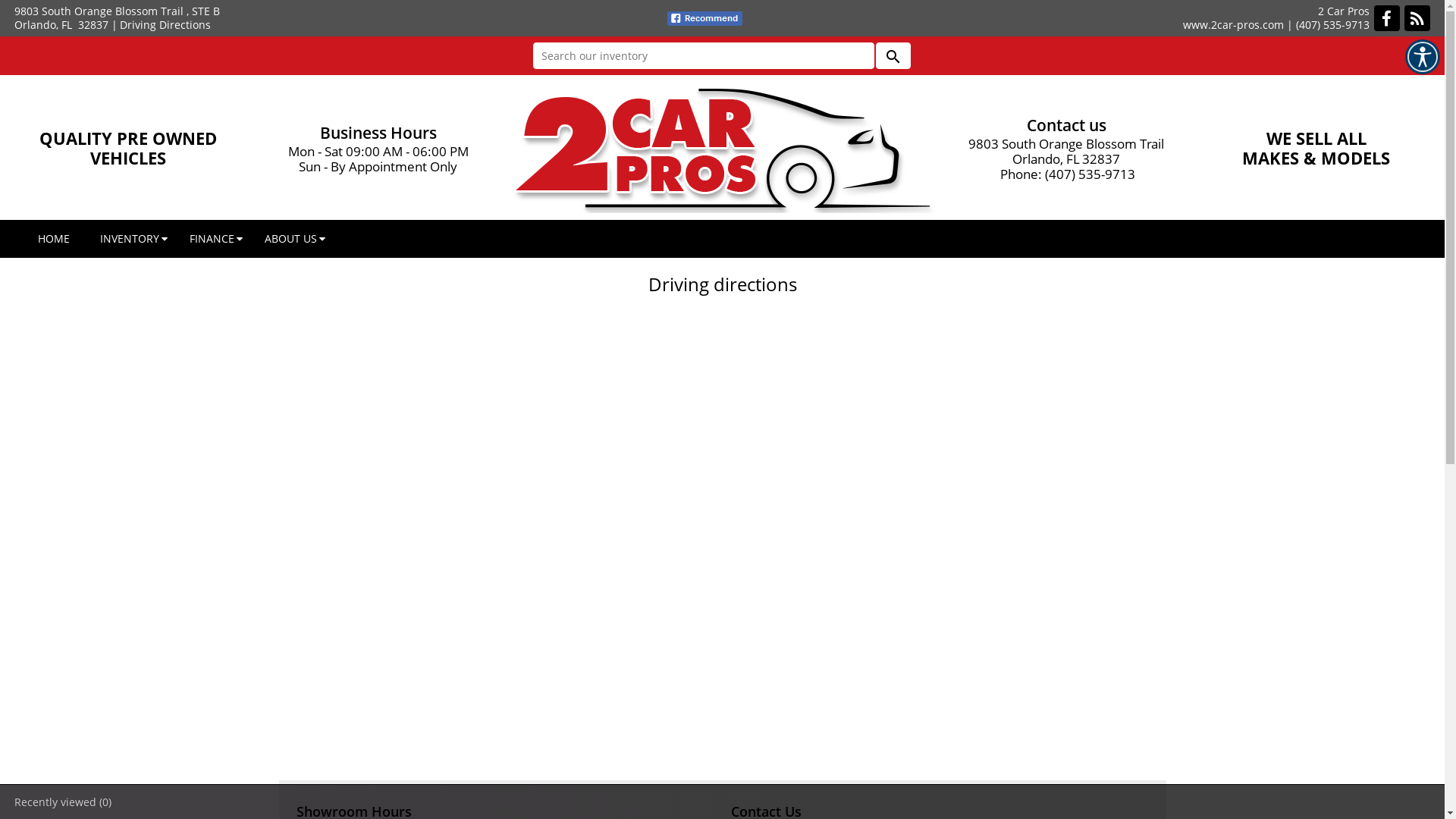 The image size is (1456, 819). What do you see at coordinates (1233, 24) in the screenshot?
I see `'www.2car-pros.com'` at bounding box center [1233, 24].